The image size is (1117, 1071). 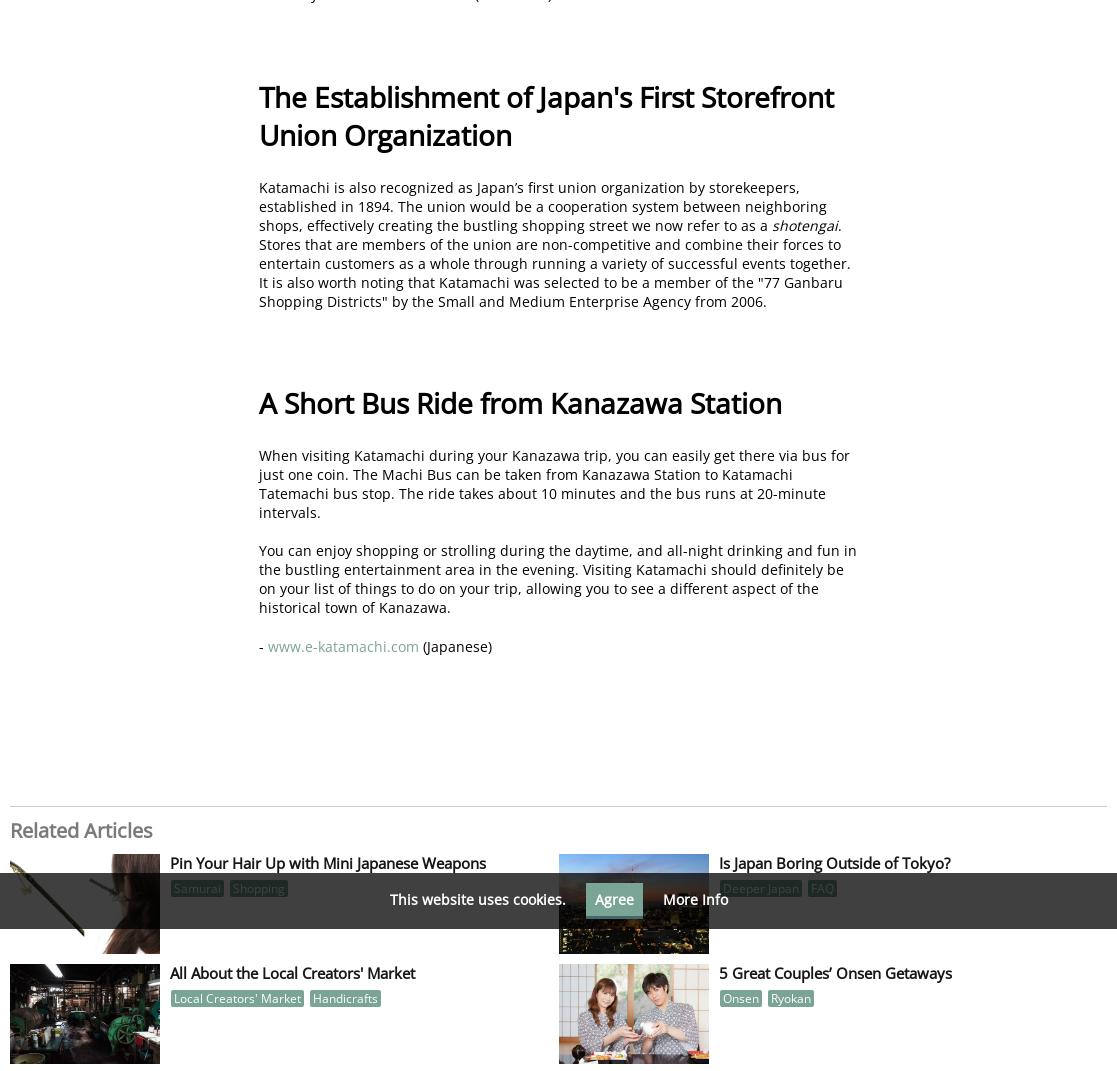 What do you see at coordinates (257, 578) in the screenshot?
I see `'You can enjoy shopping or strolling during the daytime, and all-night drinking and fun in the bustling entertainment area in the evening. Visiting Katamachi should definitely be on your list of things to do on your trip, allowing you to see a different aspect of the historical town of Kanazawa.'` at bounding box center [257, 578].